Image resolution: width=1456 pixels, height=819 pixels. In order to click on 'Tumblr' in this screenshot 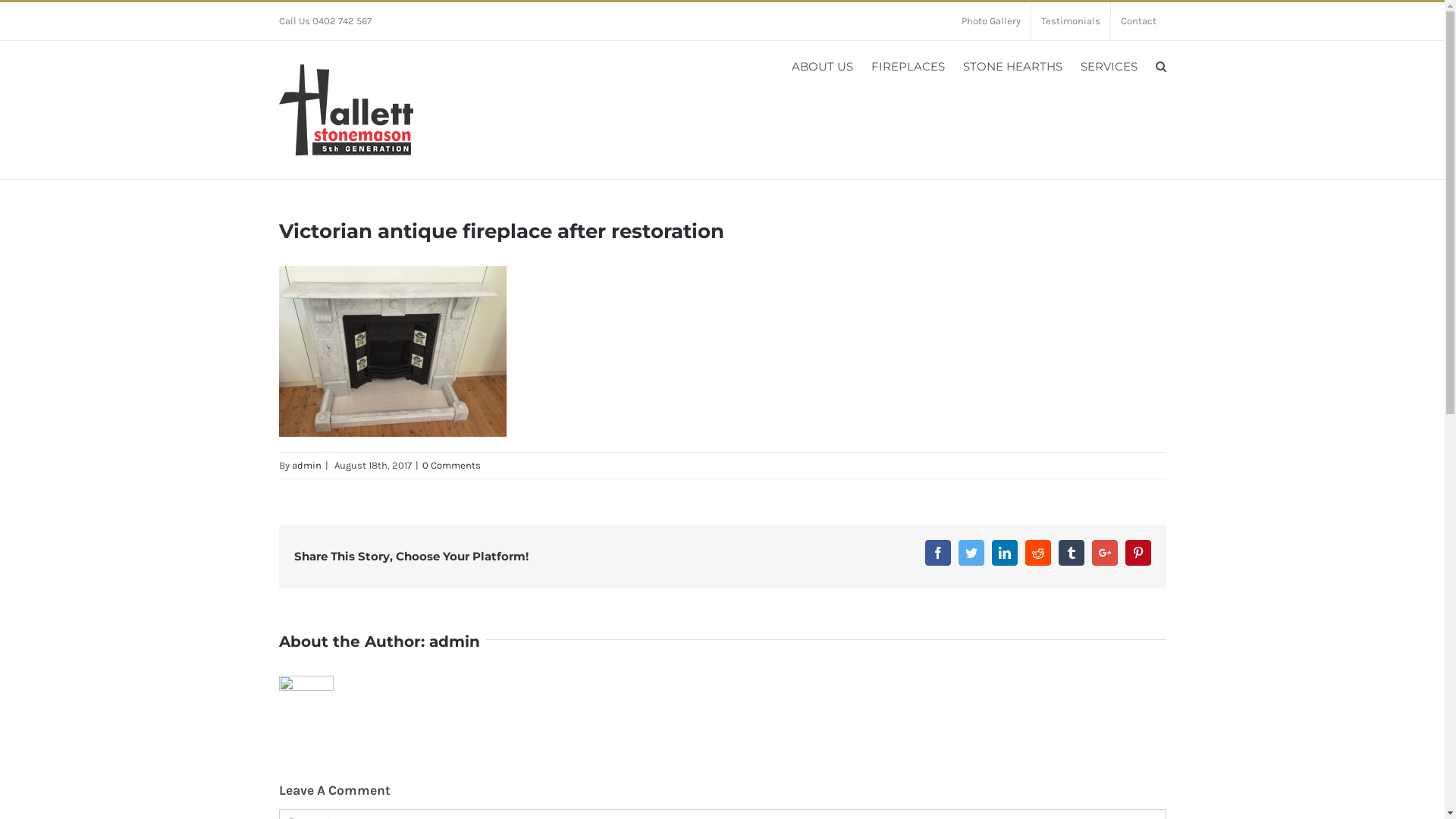, I will do `click(1070, 553)`.